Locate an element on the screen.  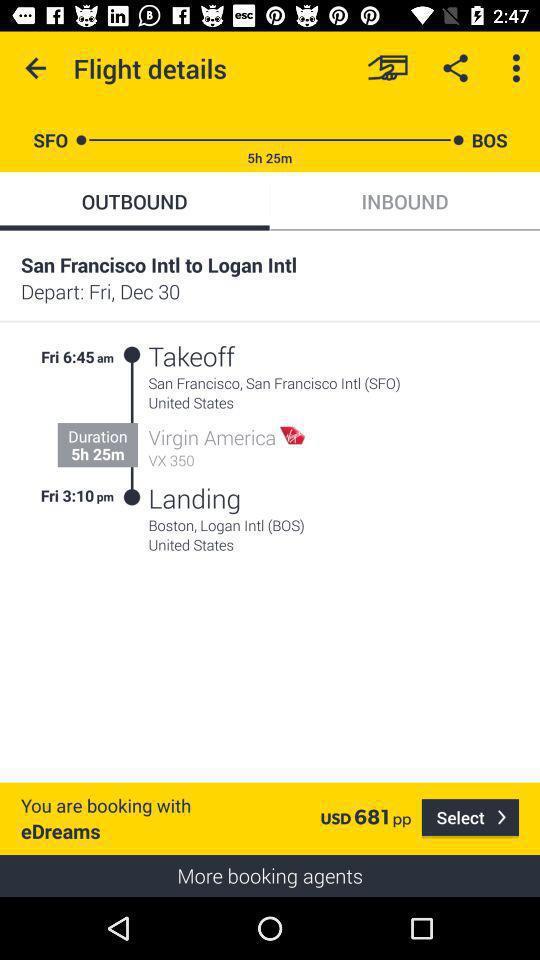
the icon above duration icon is located at coordinates (106, 354).